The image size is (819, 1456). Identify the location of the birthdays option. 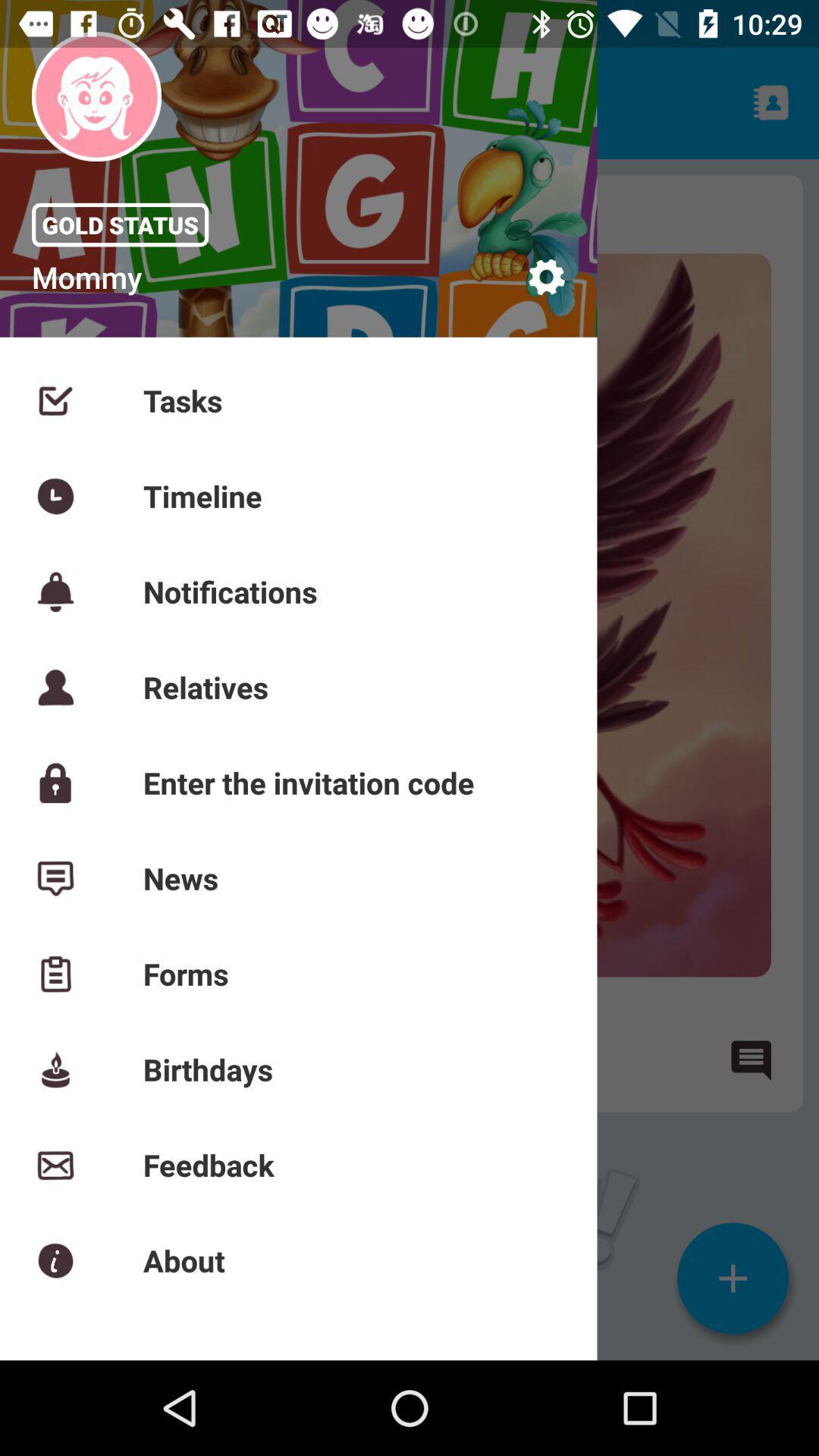
(71, 1059).